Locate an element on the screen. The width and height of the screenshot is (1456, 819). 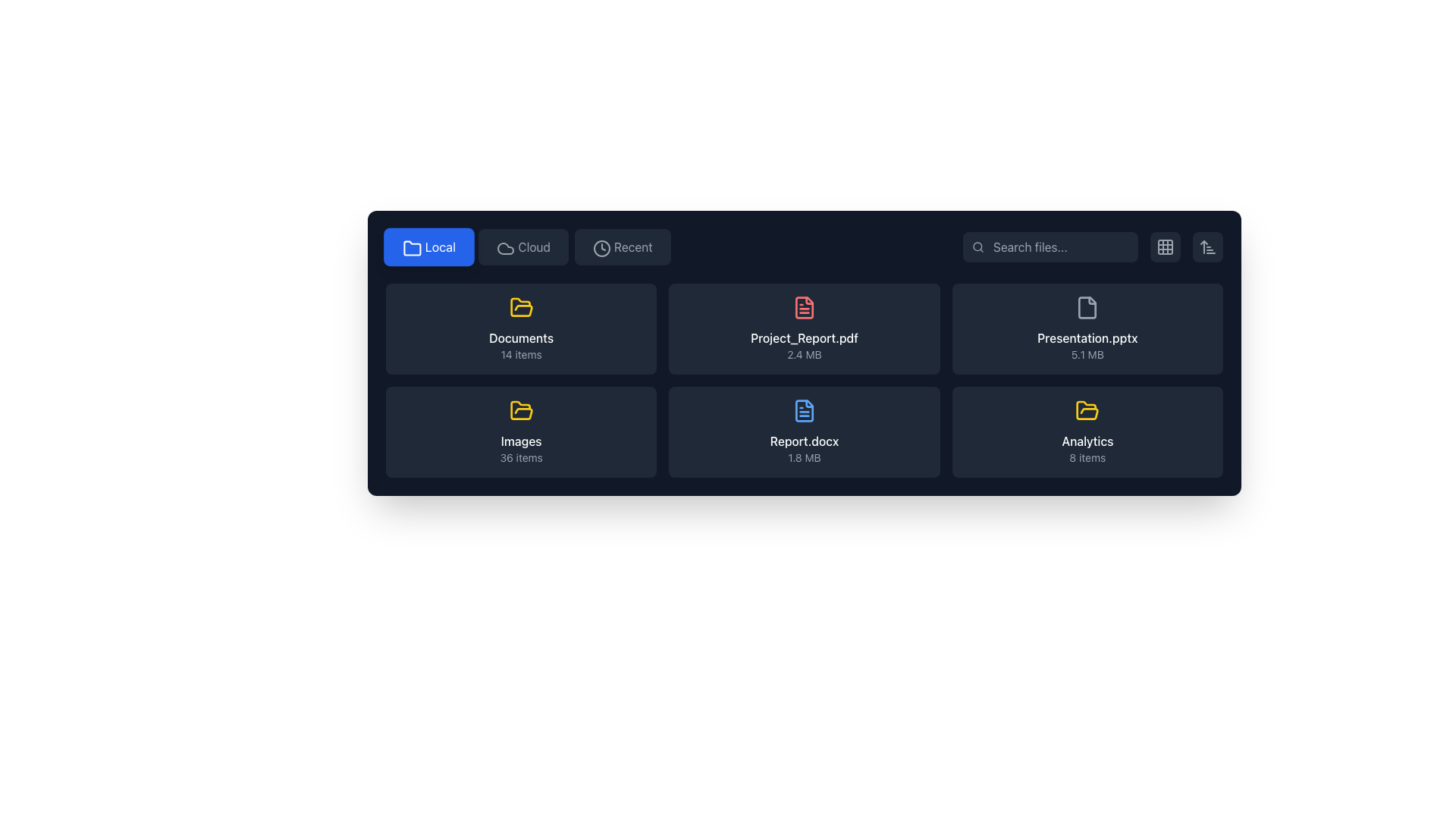
the text label displaying '5.1 MB', which is styled in gray and positioned directly under 'Presentation.pptx' in the file item grouping is located at coordinates (1087, 354).